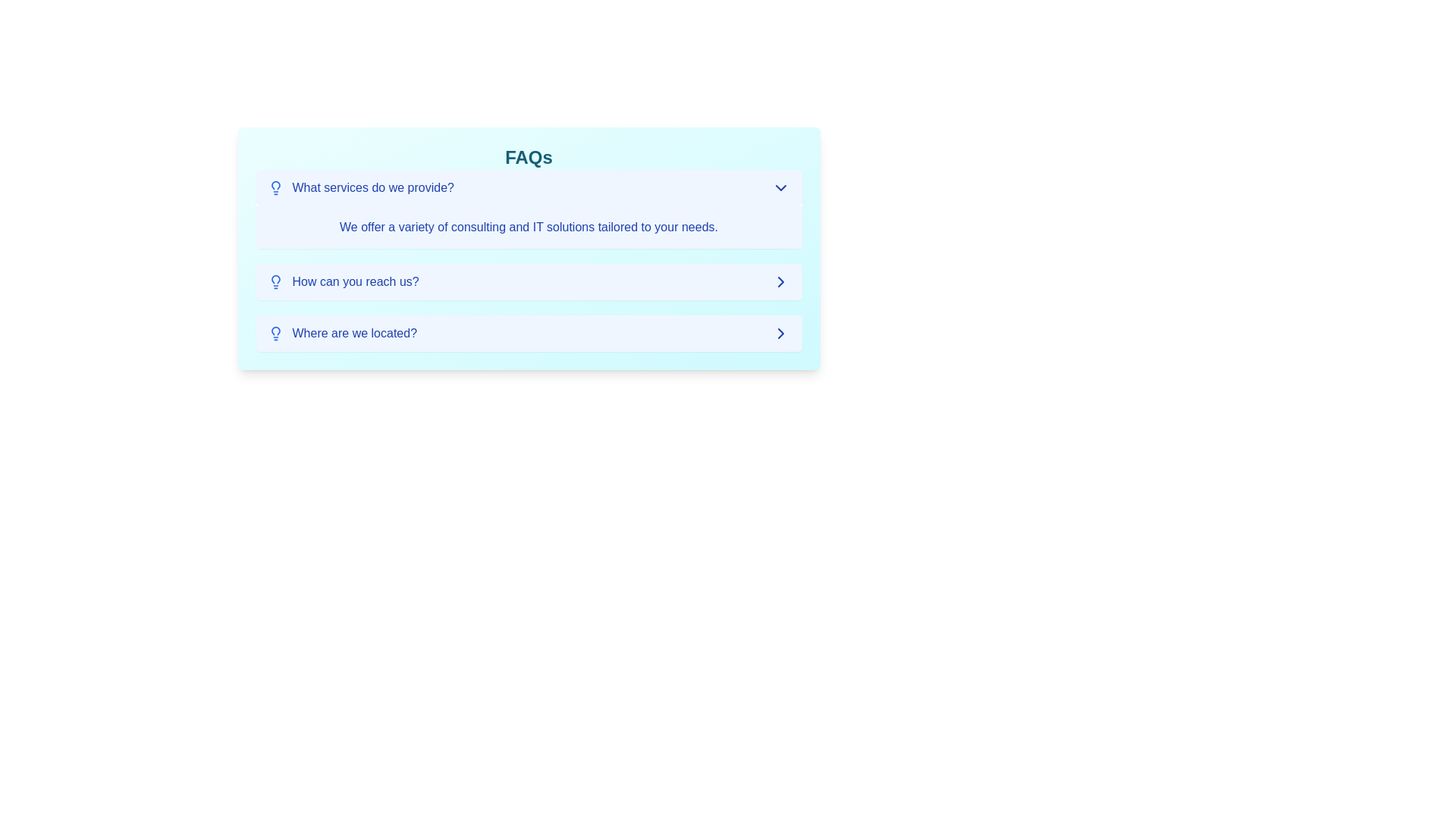  What do you see at coordinates (529, 227) in the screenshot?
I see `informational text block containing the sentence: 'We offer a variety of consulting and IT solutions tailored to your needs.' This block is styled with a light blue background and dark blue text, positioned in the FAQ section below the question 'What services do we provide?'` at bounding box center [529, 227].